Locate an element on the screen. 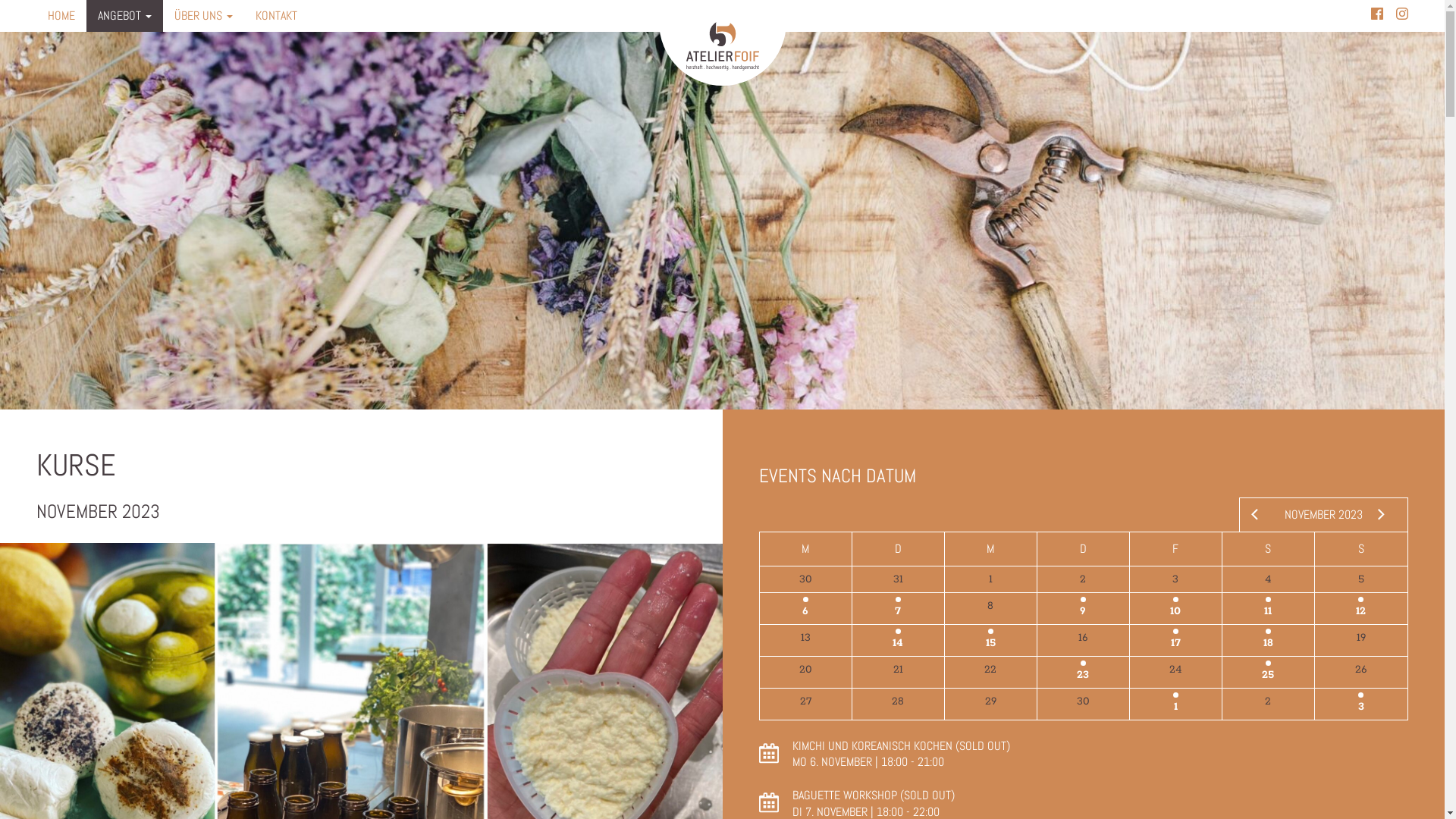 This screenshot has width=1456, height=819. '1 VERANSTALTUNG, is located at coordinates (805, 607).